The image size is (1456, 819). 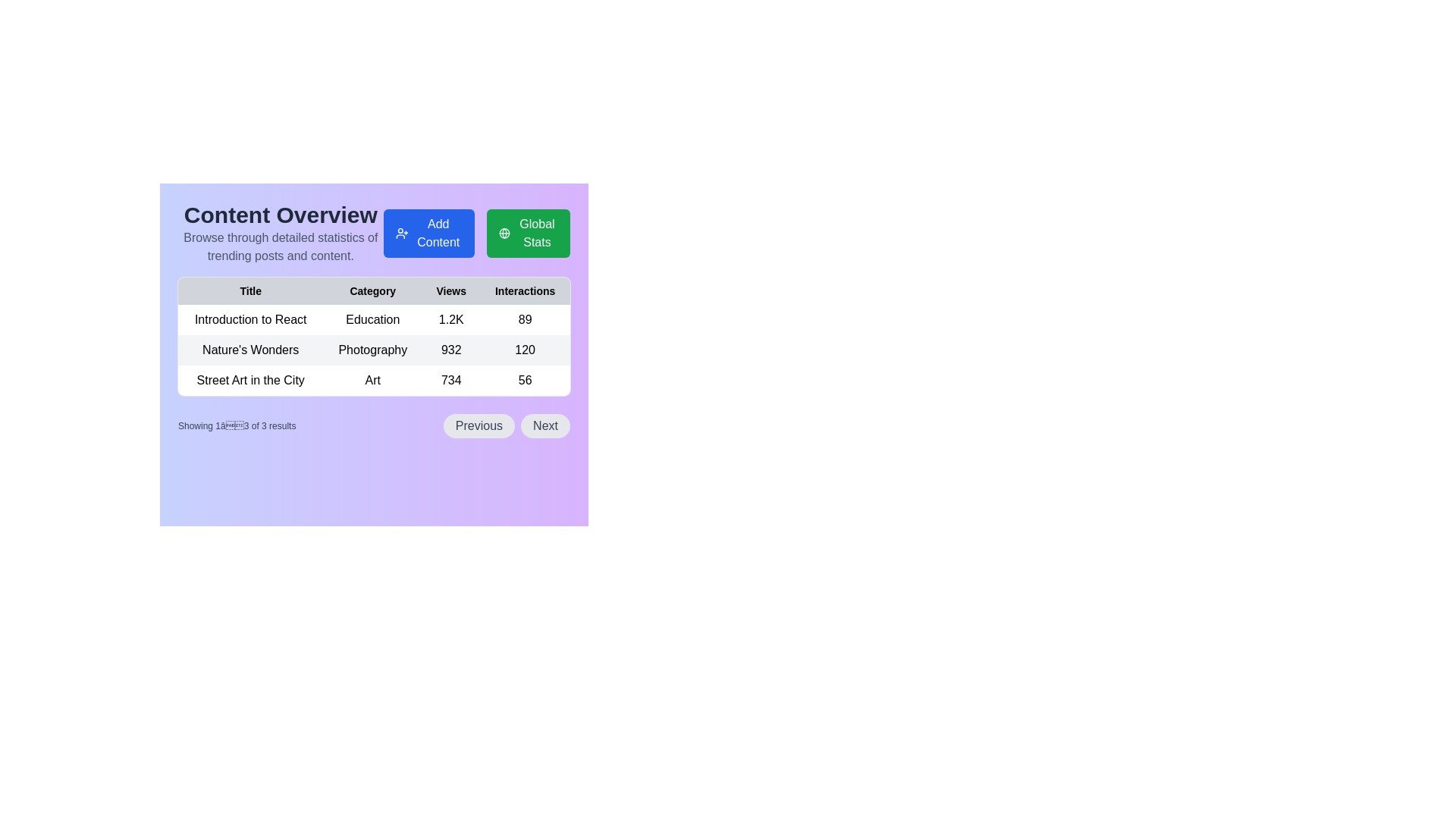 What do you see at coordinates (372, 318) in the screenshot?
I see `the 'Education' text label located in the 'Category' column of the 'Introduction to React' row` at bounding box center [372, 318].